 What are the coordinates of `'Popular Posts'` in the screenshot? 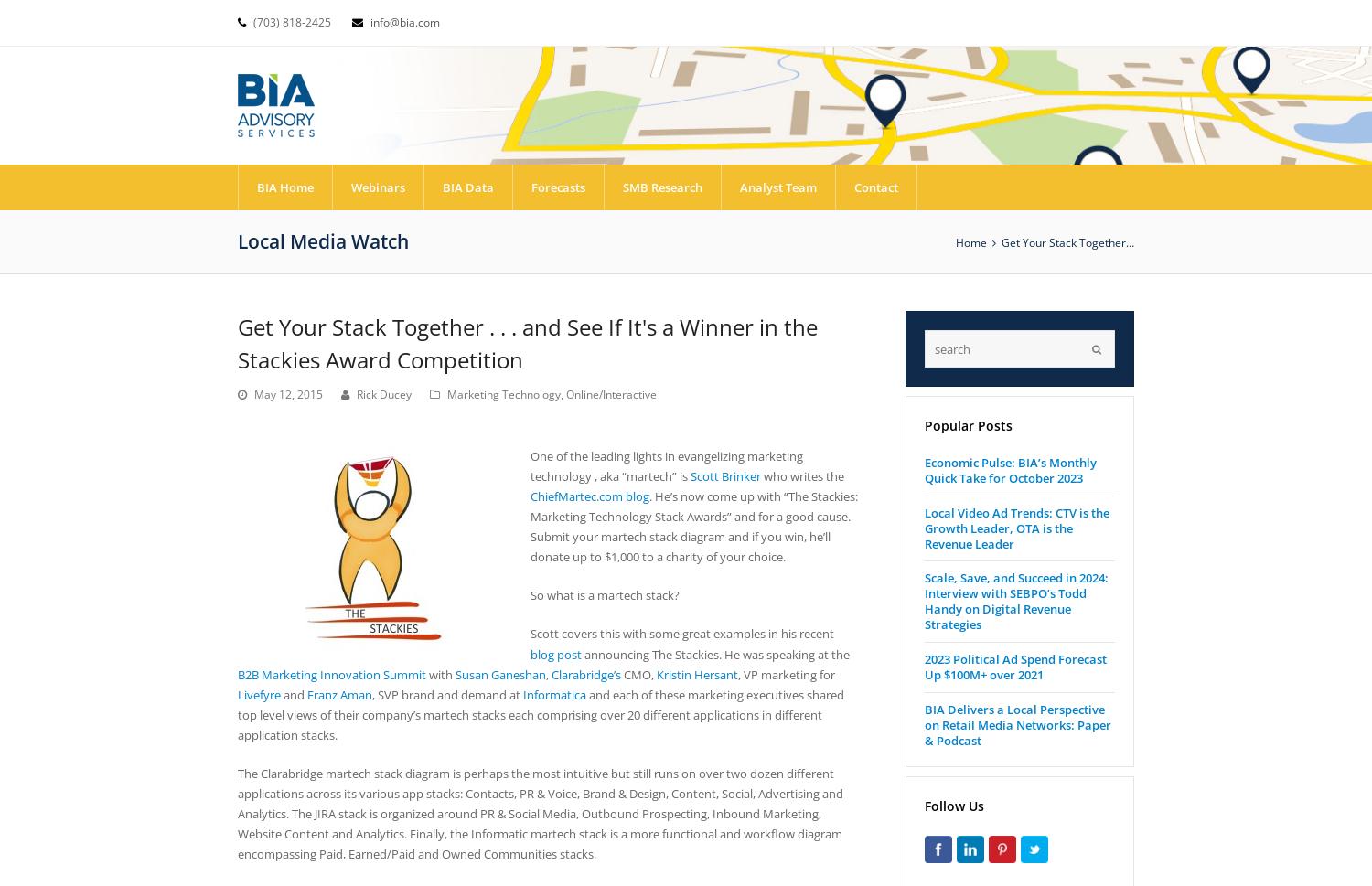 It's located at (969, 425).